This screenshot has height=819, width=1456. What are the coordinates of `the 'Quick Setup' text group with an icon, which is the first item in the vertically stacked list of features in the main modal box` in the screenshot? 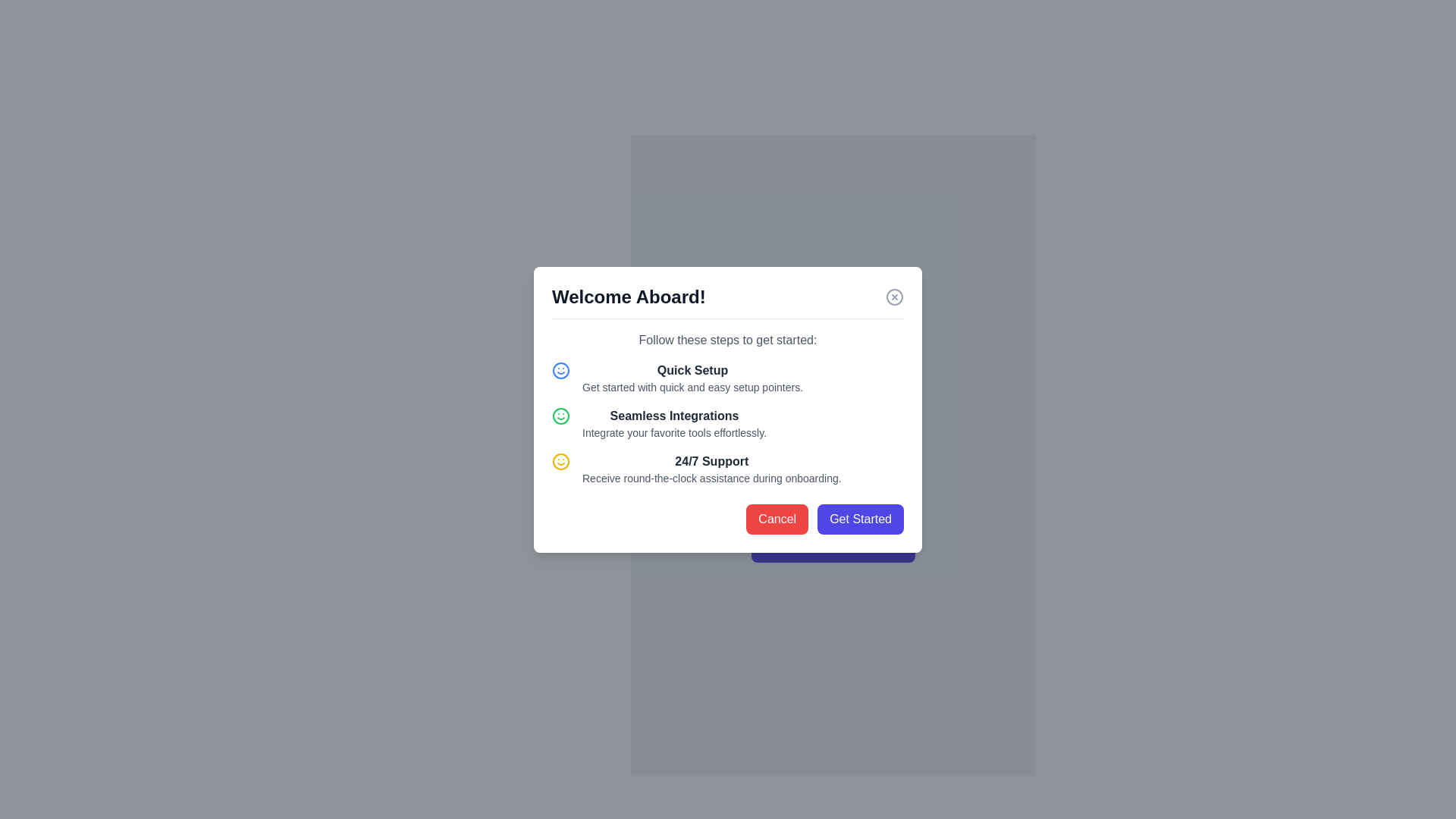 It's located at (728, 376).